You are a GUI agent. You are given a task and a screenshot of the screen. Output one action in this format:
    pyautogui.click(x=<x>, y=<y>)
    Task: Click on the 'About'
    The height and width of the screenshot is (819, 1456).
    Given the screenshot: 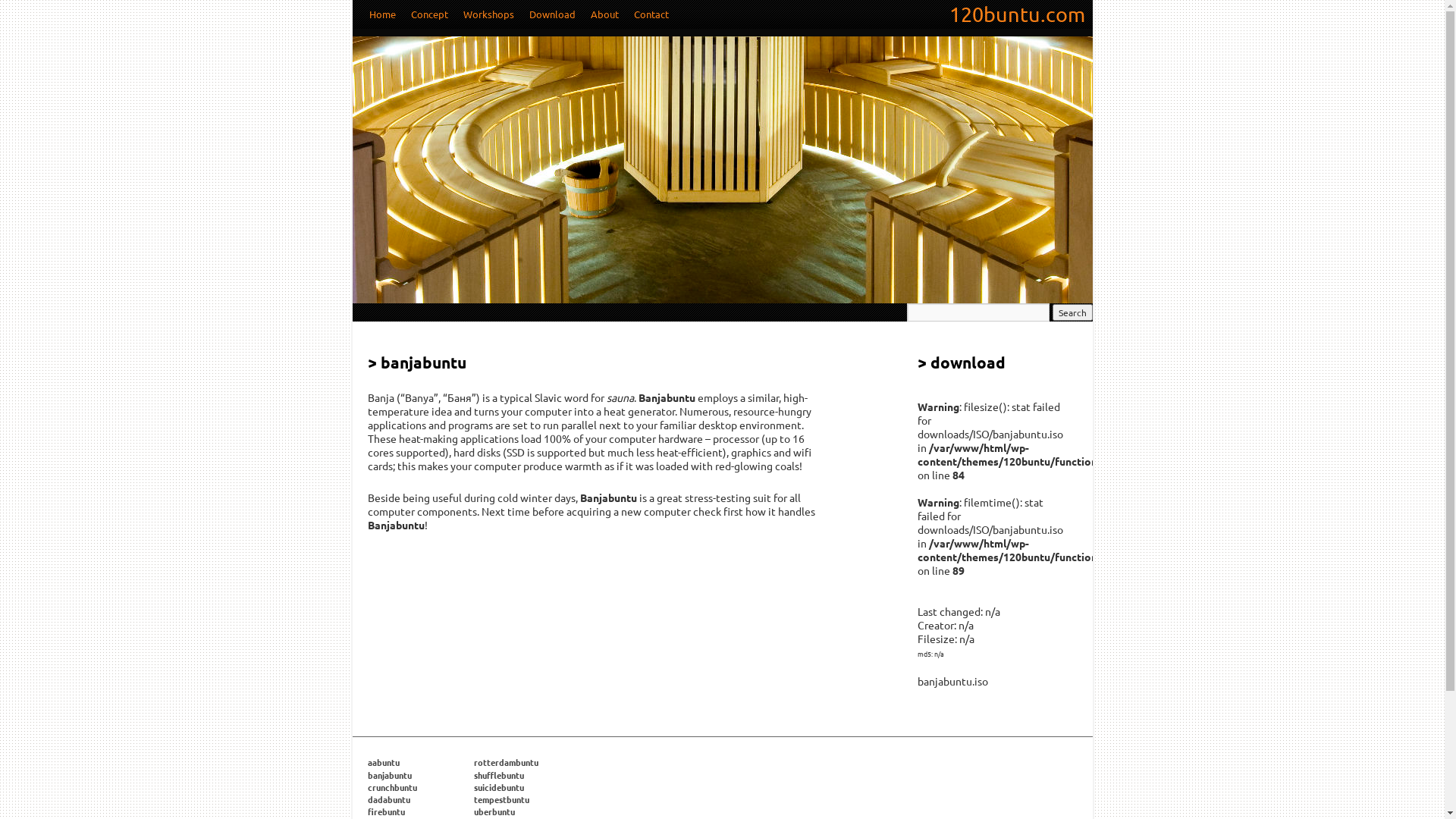 What is the action you would take?
    pyautogui.click(x=603, y=14)
    